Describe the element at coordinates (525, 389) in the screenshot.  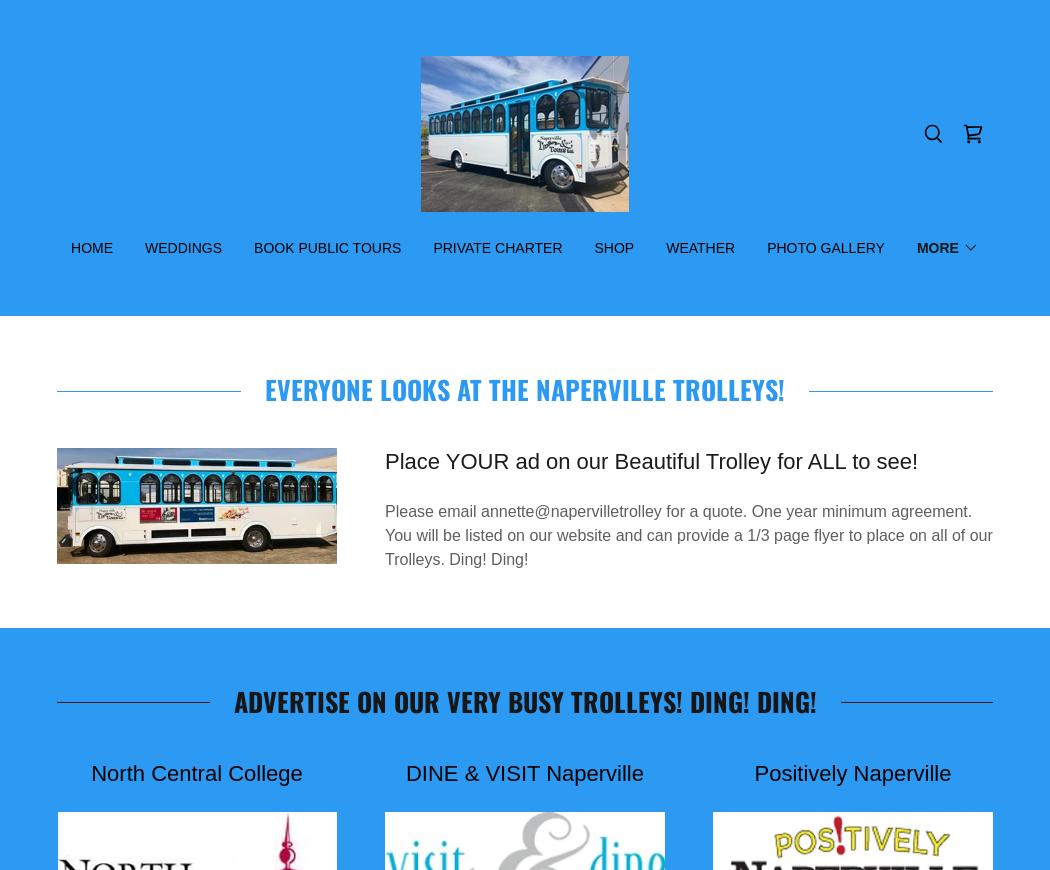
I see `'EVERYONE looks at the Naperville Trolleys!'` at that location.